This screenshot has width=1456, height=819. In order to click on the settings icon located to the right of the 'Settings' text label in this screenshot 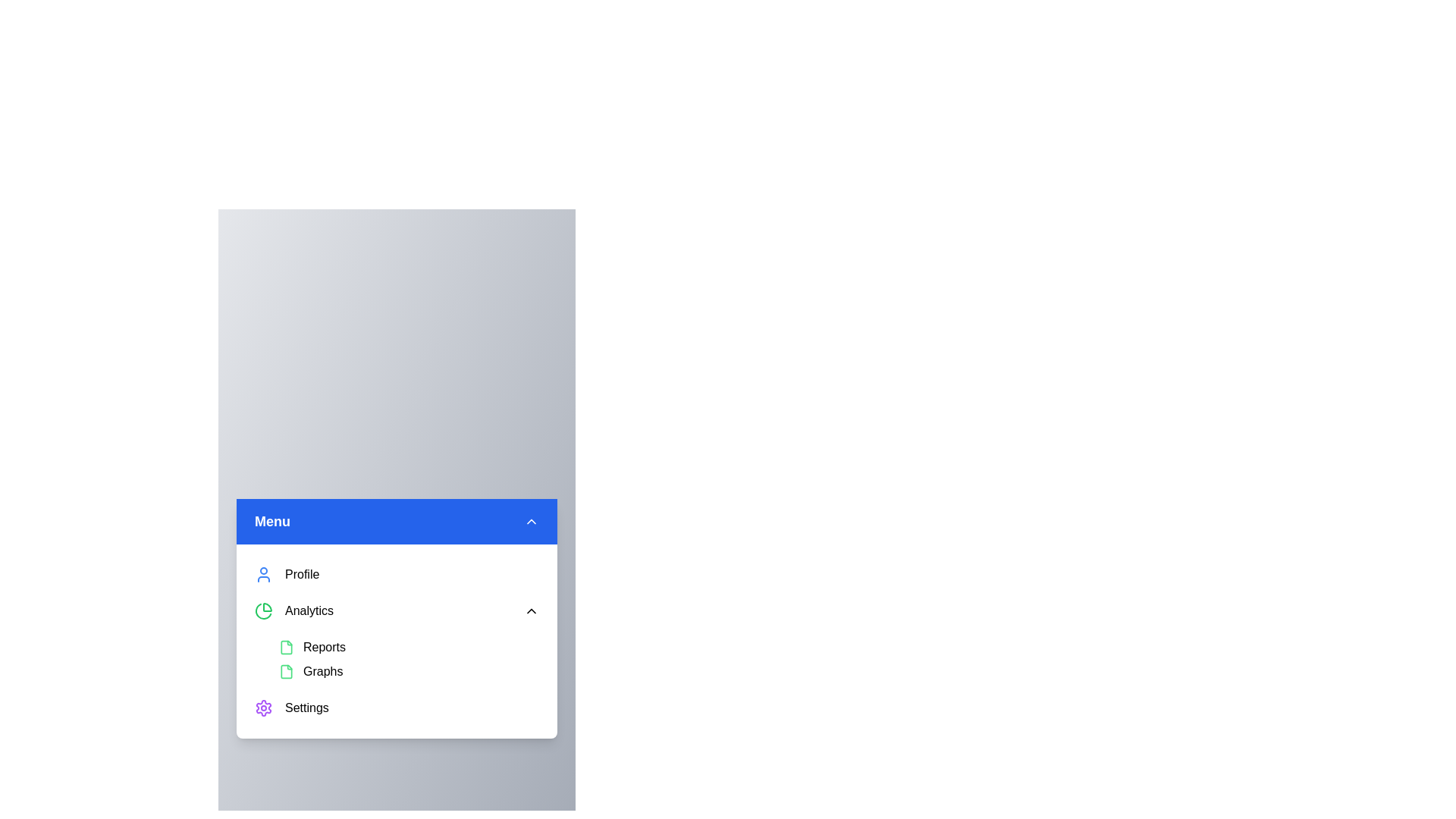, I will do `click(263, 708)`.